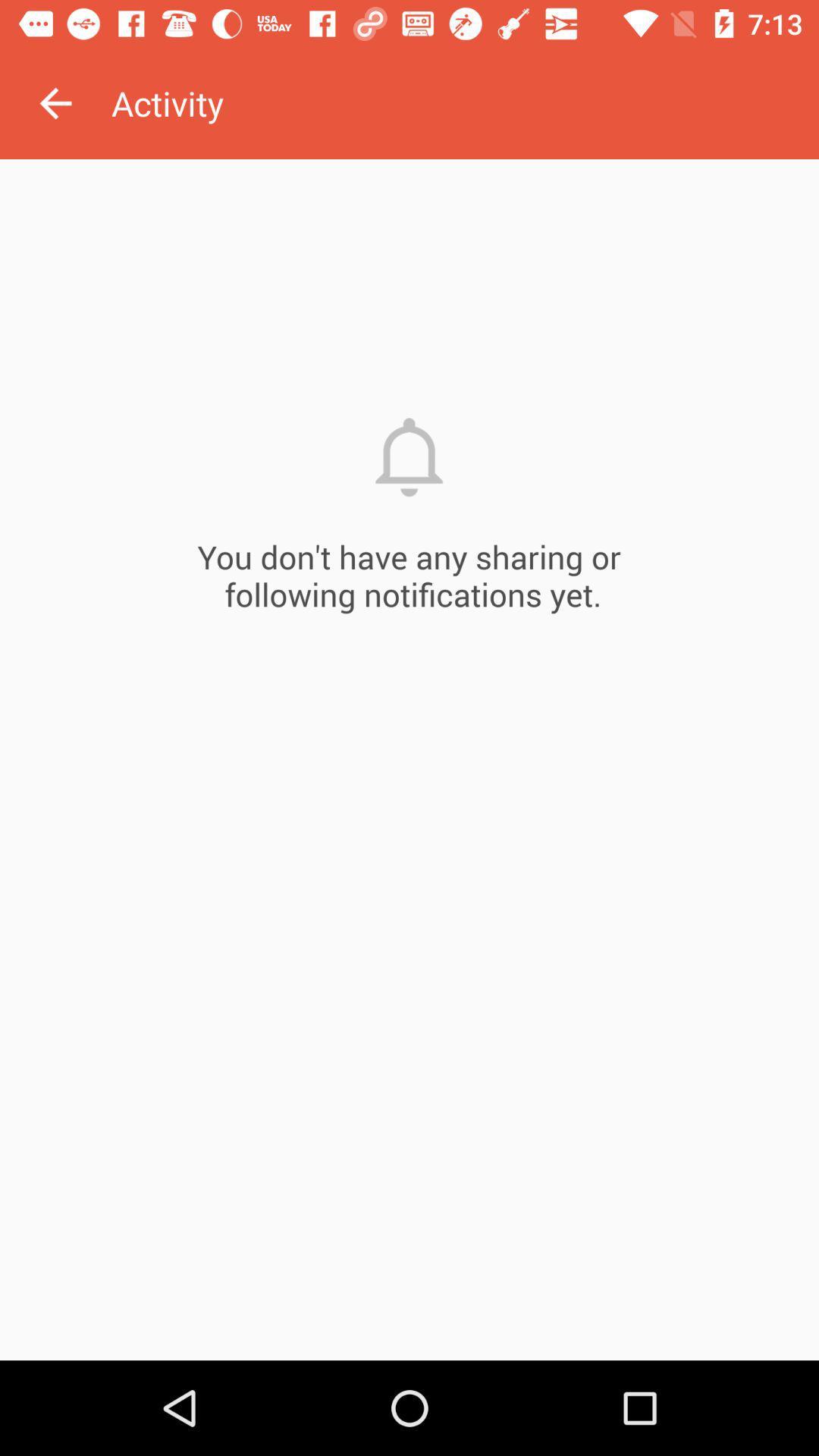 Image resolution: width=819 pixels, height=1456 pixels. What do you see at coordinates (464, 102) in the screenshot?
I see `activity icon` at bounding box center [464, 102].